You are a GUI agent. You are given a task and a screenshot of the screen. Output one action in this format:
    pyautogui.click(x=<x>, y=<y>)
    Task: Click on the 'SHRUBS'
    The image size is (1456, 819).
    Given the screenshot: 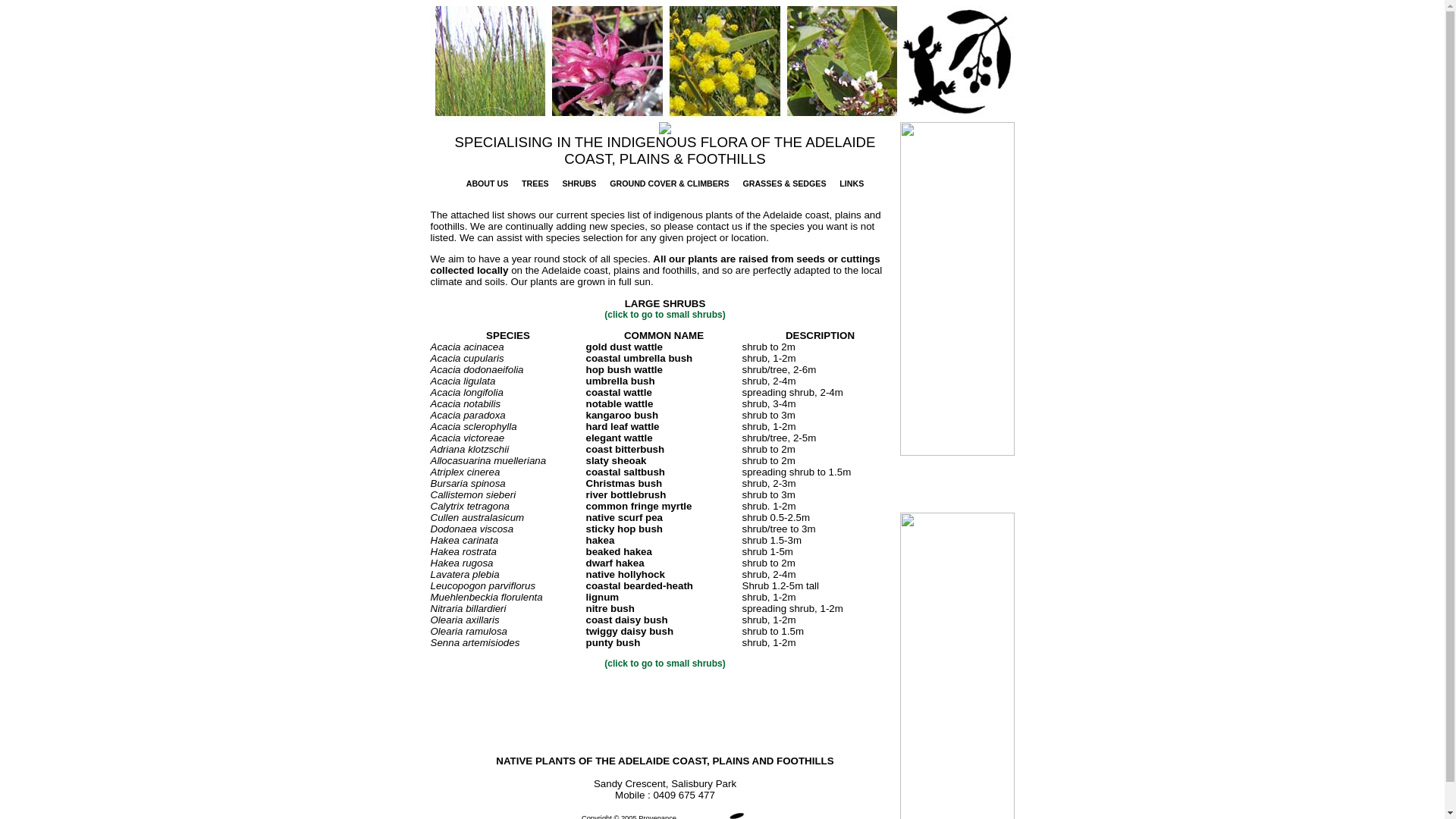 What is the action you would take?
    pyautogui.click(x=578, y=183)
    